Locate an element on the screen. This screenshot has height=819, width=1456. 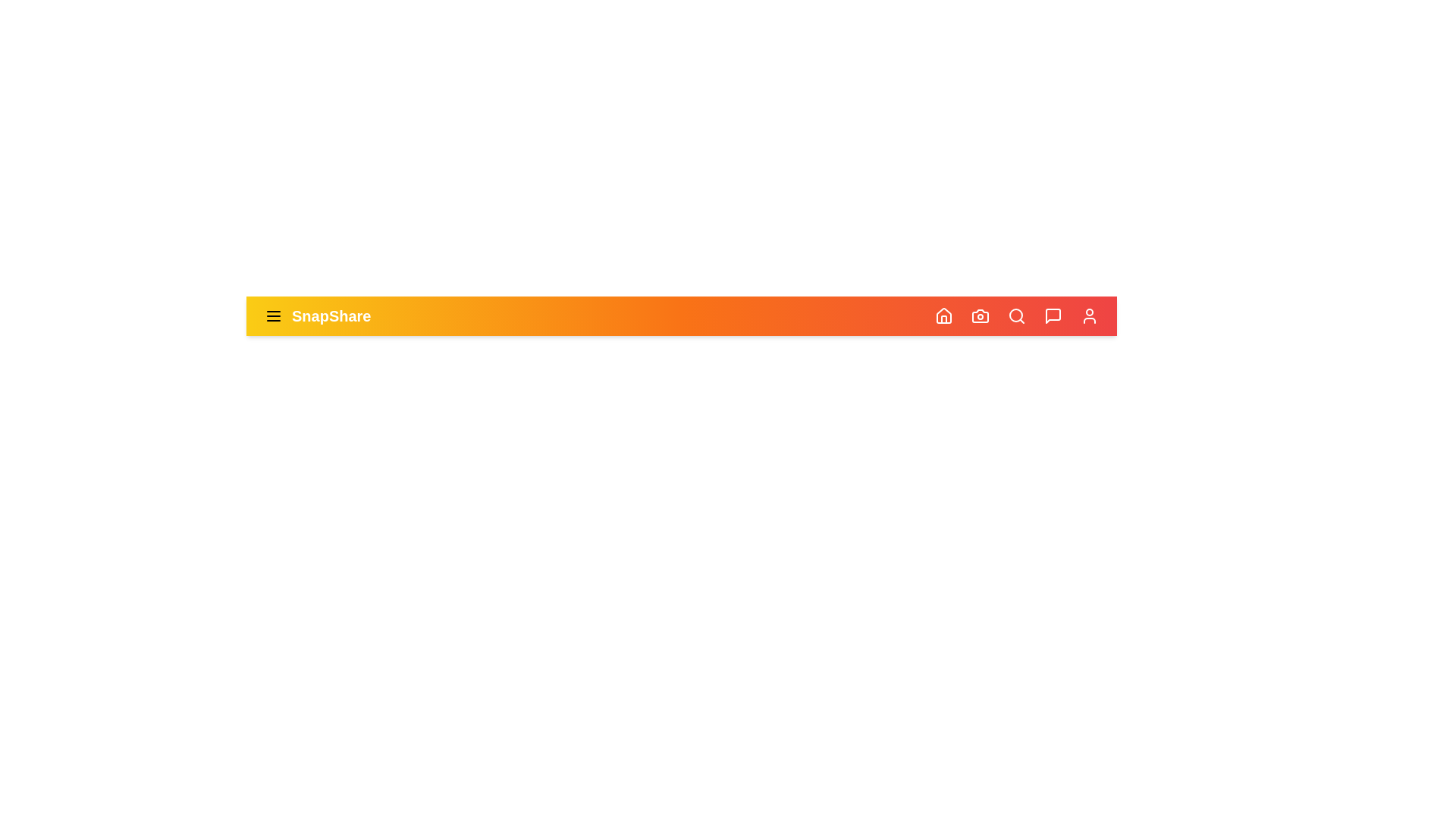
the home icon to navigate to the home page is located at coordinates (943, 315).